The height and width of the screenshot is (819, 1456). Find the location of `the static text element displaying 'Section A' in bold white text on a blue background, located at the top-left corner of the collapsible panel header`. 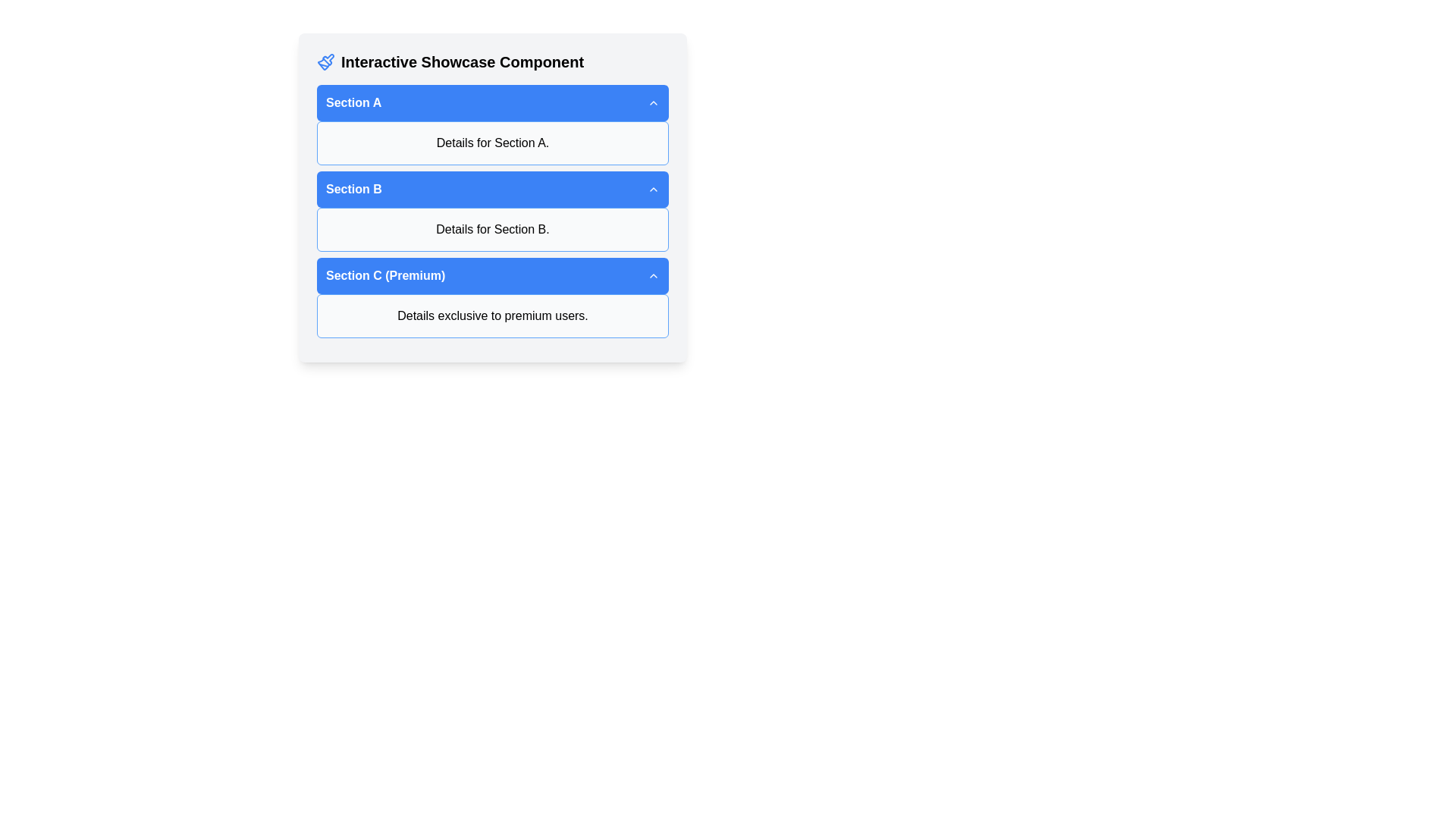

the static text element displaying 'Section A' in bold white text on a blue background, located at the top-left corner of the collapsible panel header is located at coordinates (353, 102).